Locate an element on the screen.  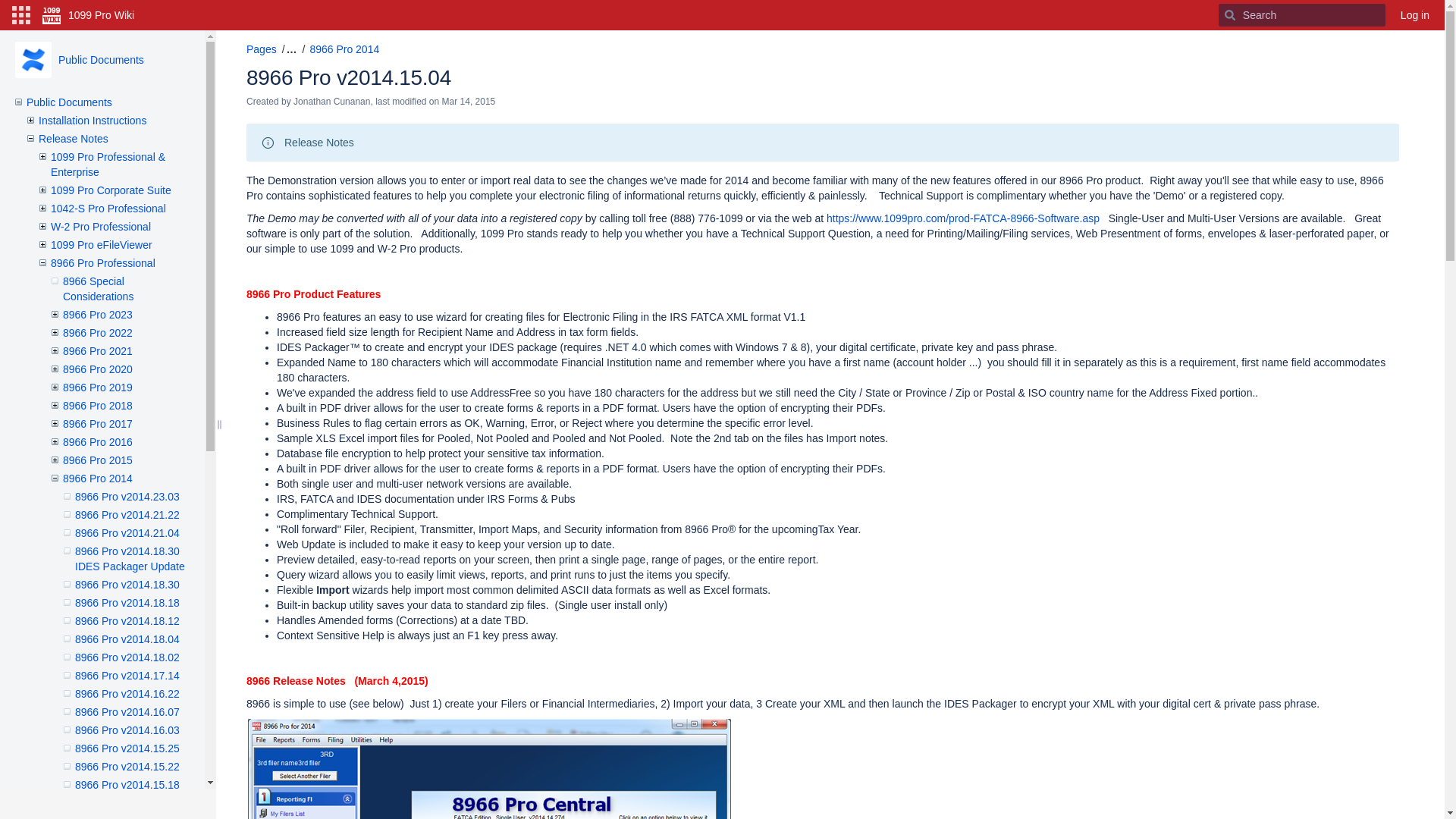
'8966 Pro Professional' is located at coordinates (102, 262).